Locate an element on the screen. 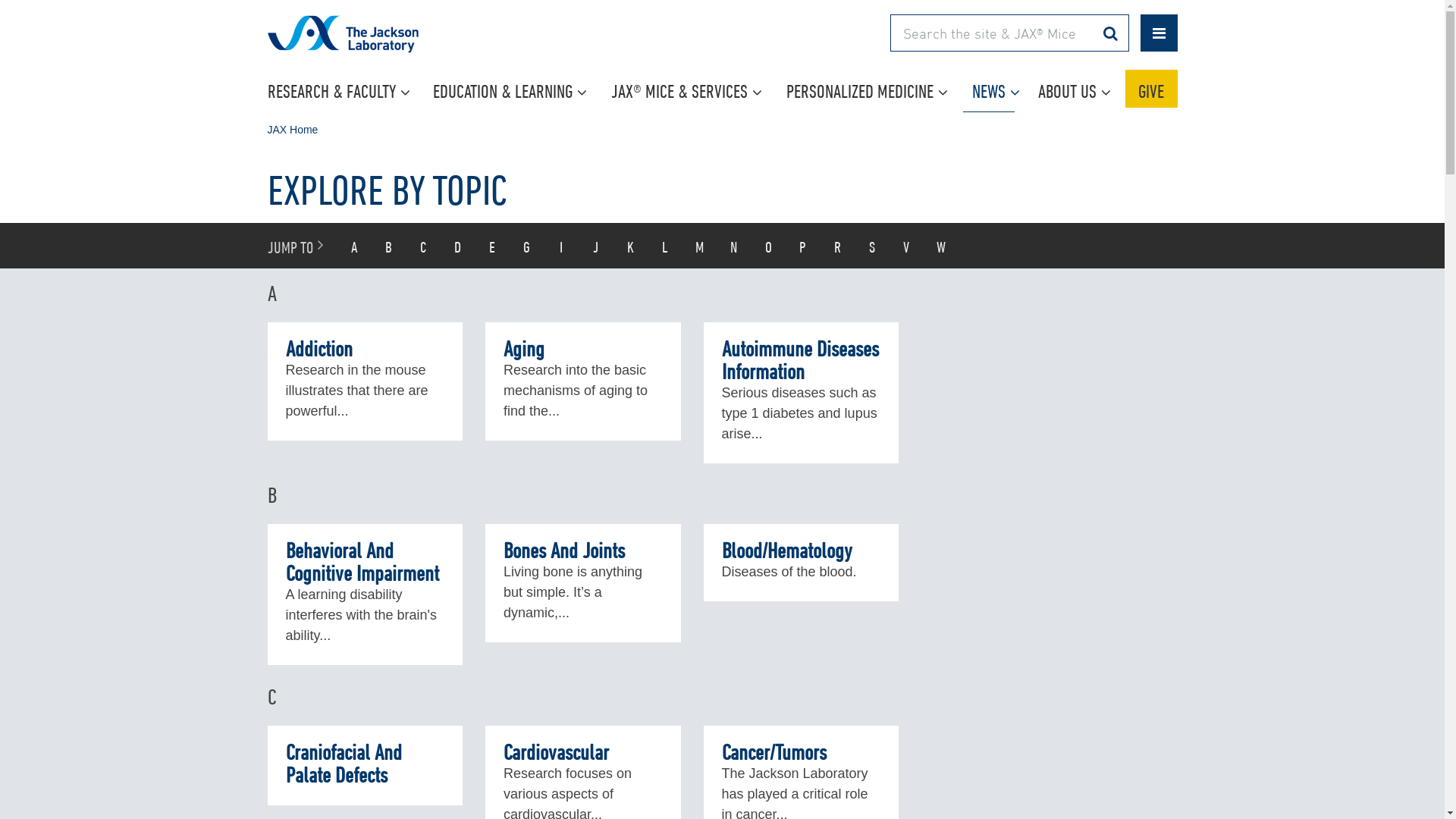  'G' is located at coordinates (527, 245).